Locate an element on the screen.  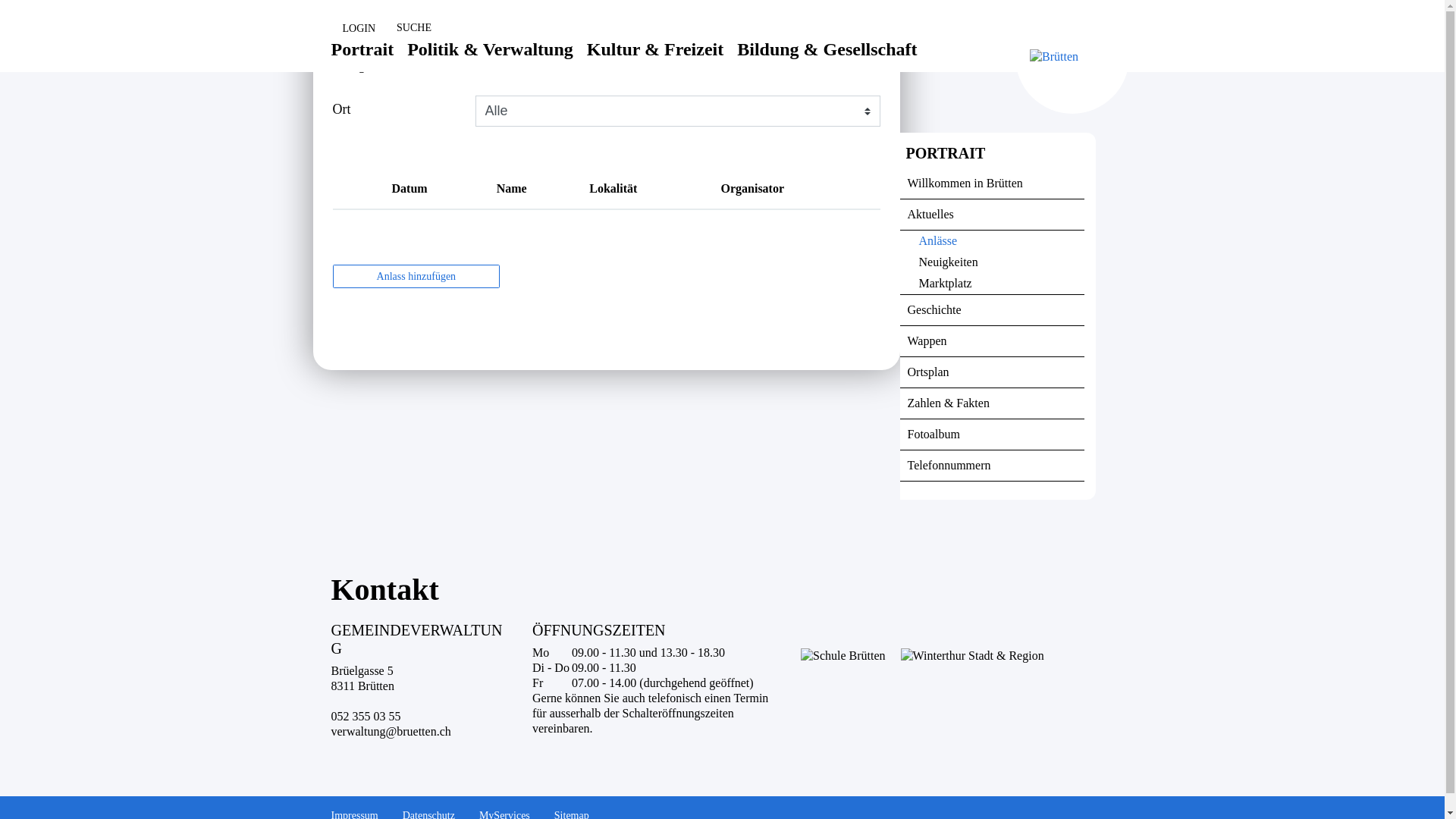
'LOGIN' is located at coordinates (330, 29).